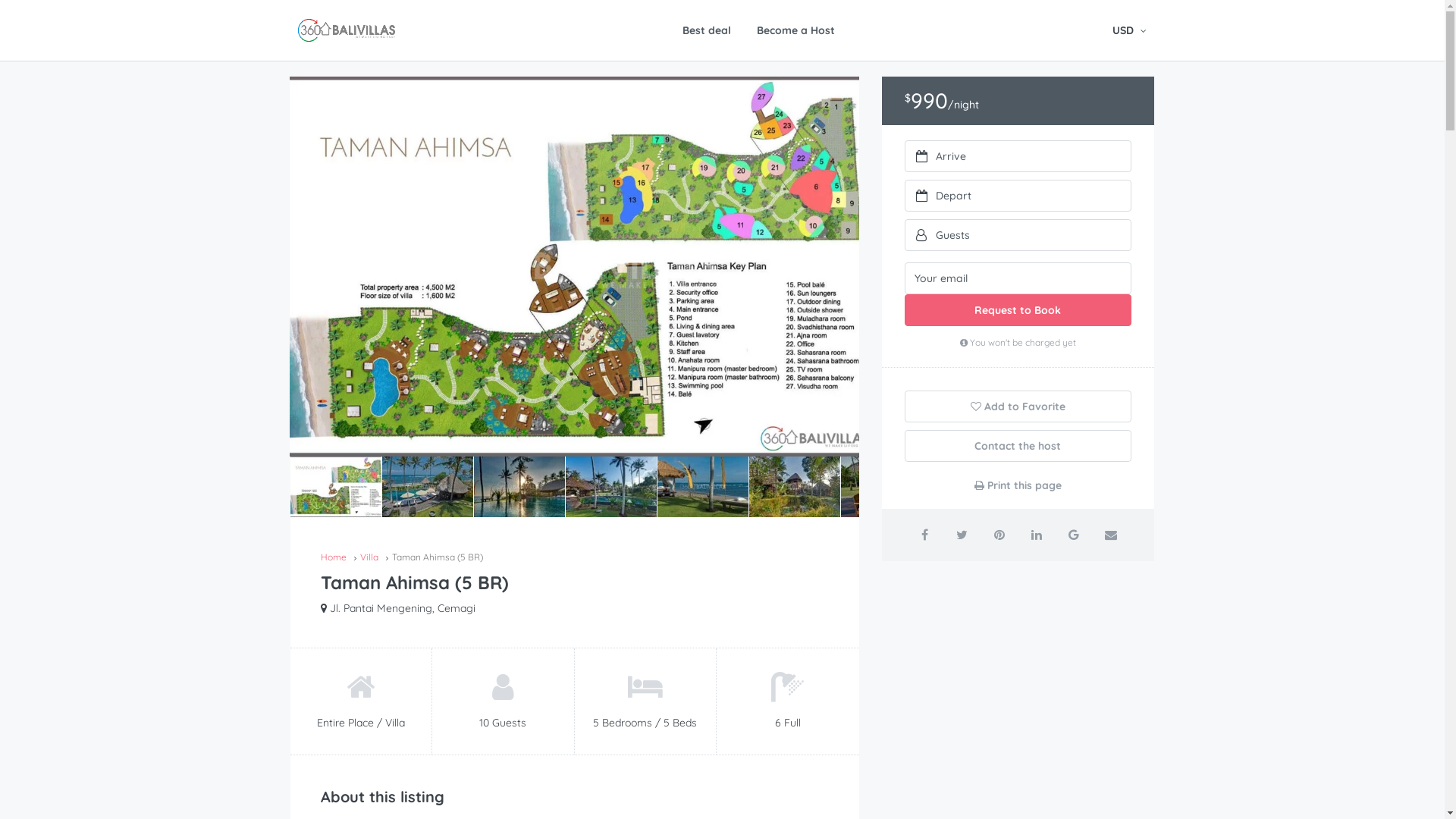  What do you see at coordinates (1018, 309) in the screenshot?
I see `'Request to Book'` at bounding box center [1018, 309].